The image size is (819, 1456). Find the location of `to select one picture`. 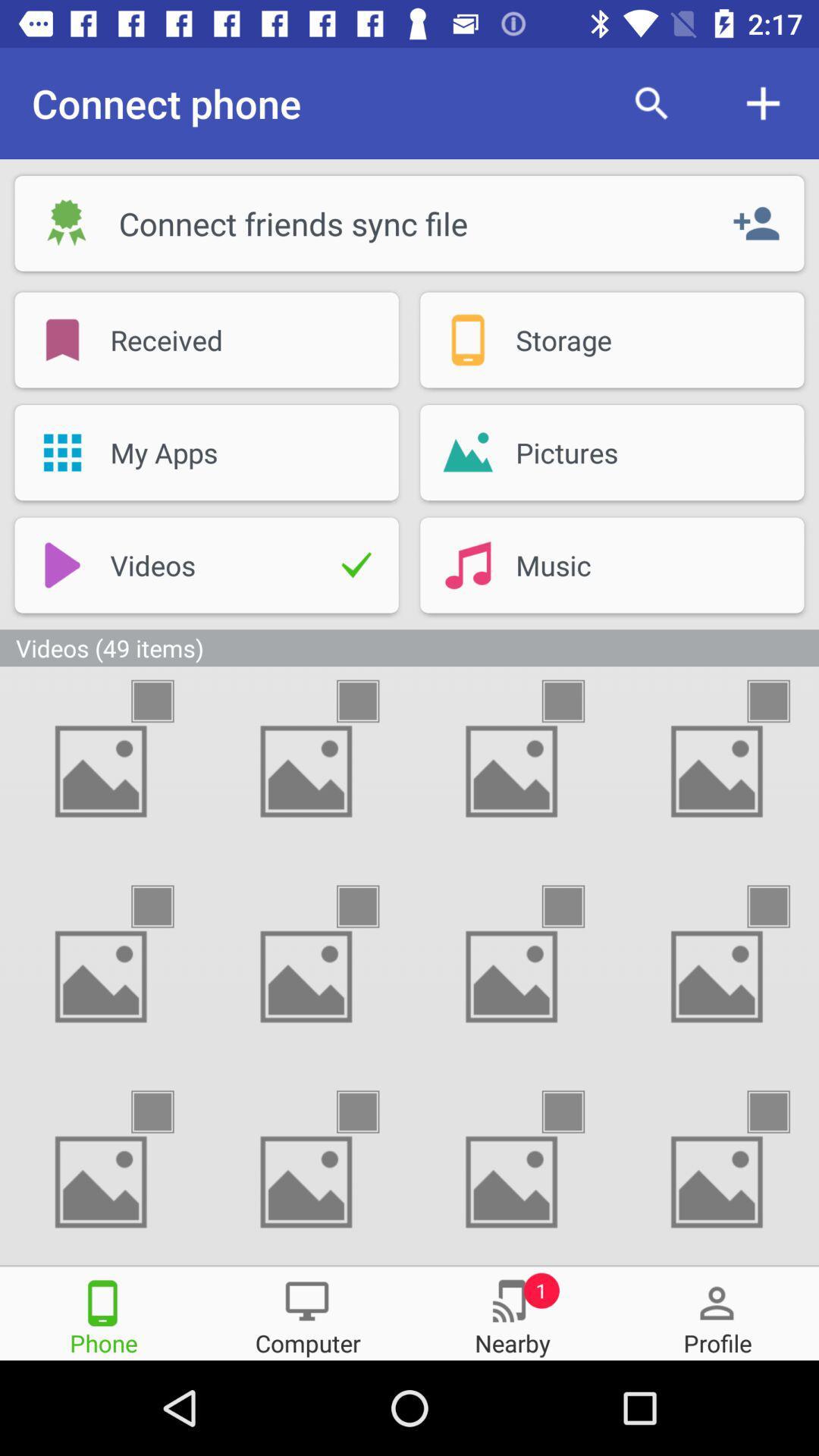

to select one picture is located at coordinates (372, 700).